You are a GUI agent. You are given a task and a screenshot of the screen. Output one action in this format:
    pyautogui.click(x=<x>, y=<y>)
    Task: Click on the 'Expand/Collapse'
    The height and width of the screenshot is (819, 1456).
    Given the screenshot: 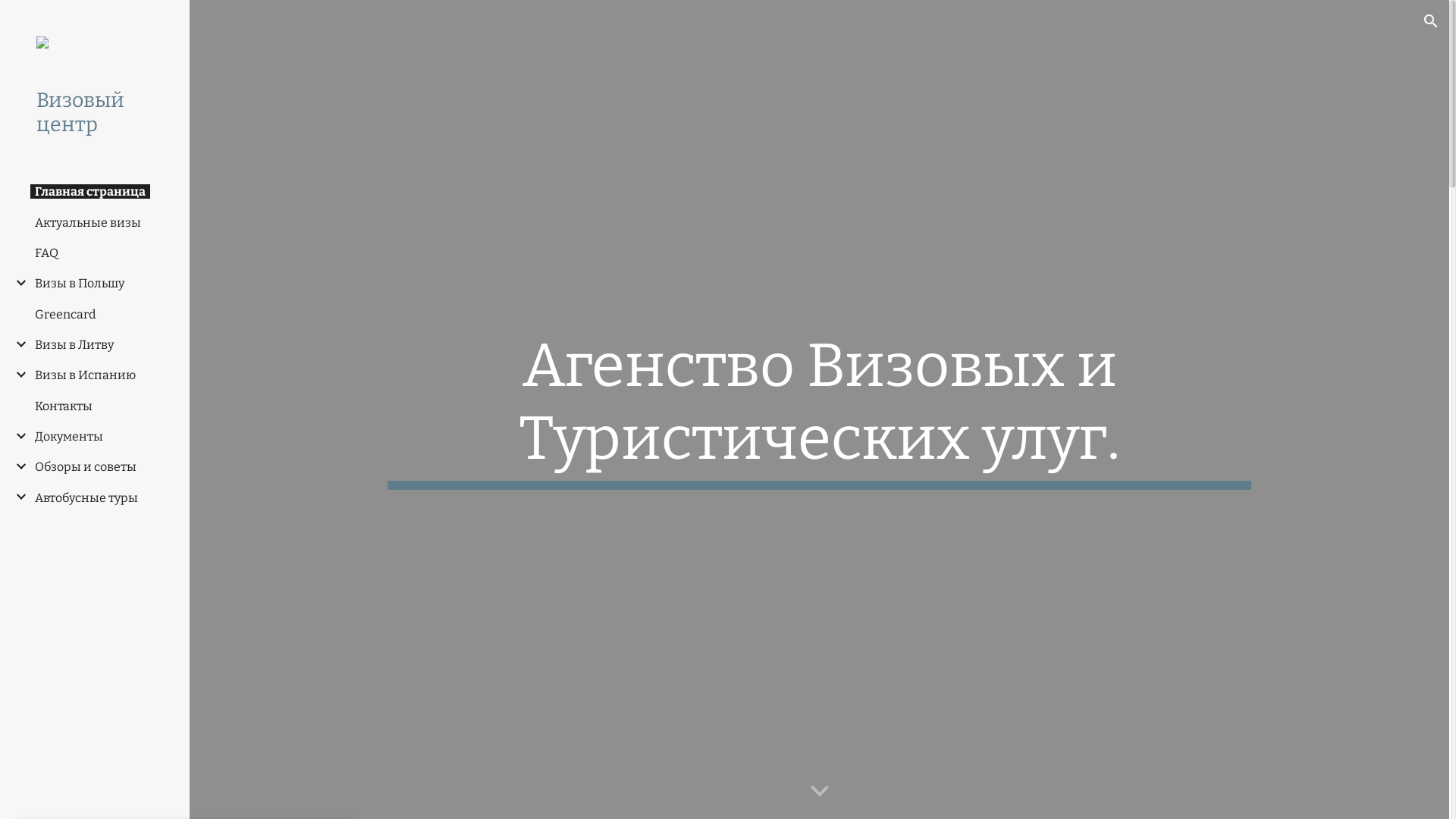 What is the action you would take?
    pyautogui.click(x=17, y=435)
    